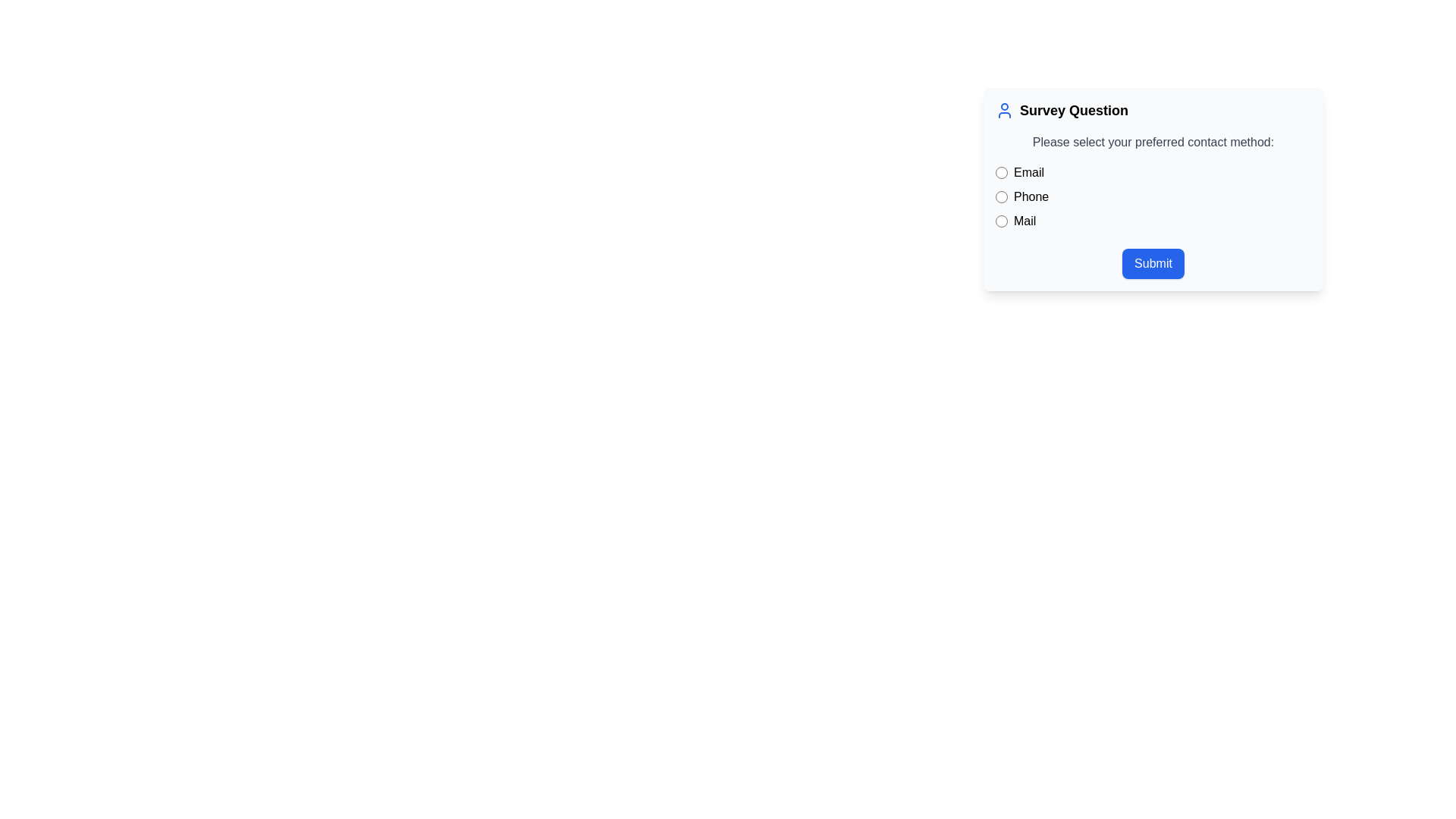  I want to click on the 'Email' radio button located at the top of the list of contact method options in the form, so click(1153, 171).